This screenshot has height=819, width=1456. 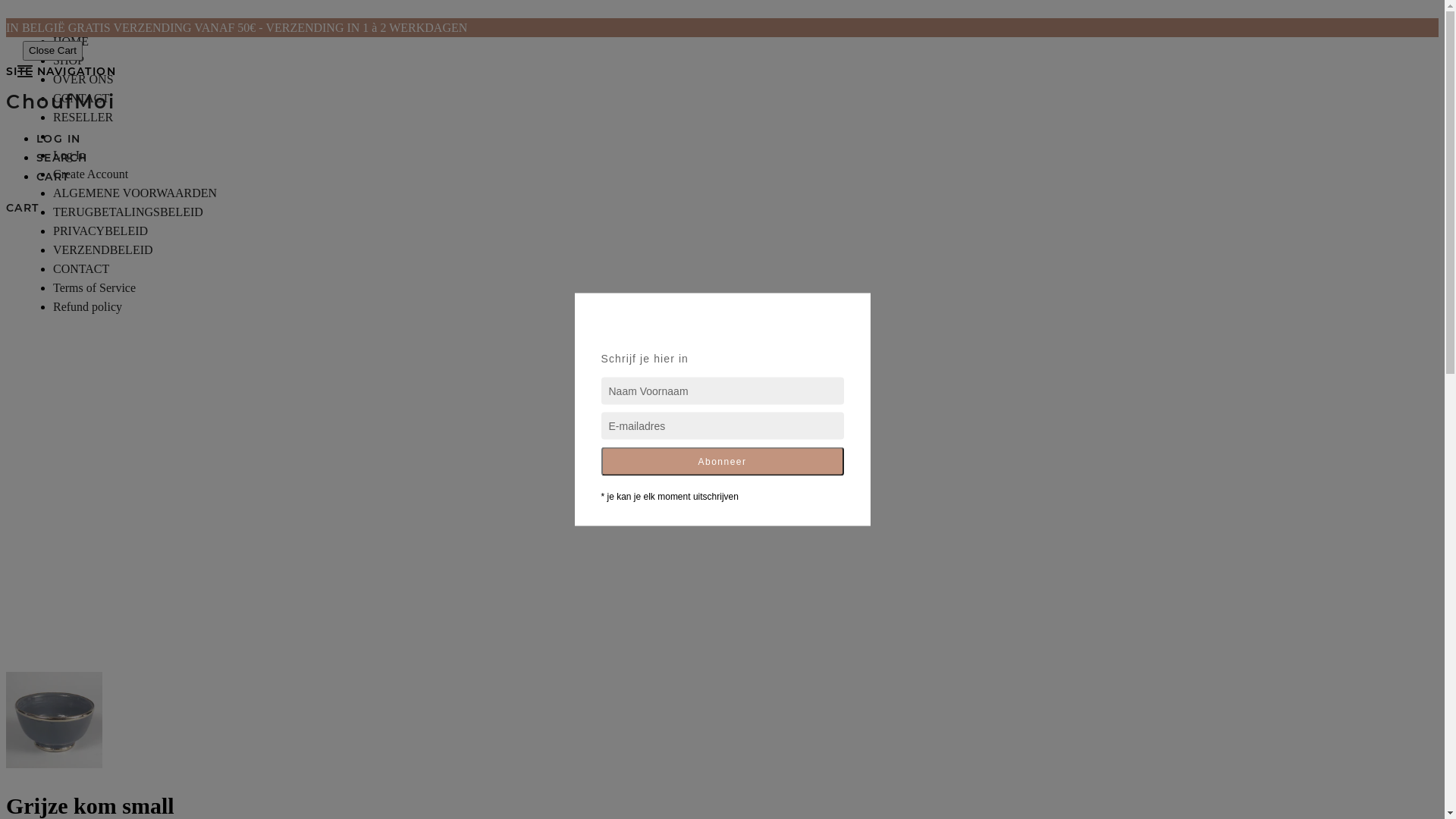 I want to click on 'LOG IN', so click(x=36, y=138).